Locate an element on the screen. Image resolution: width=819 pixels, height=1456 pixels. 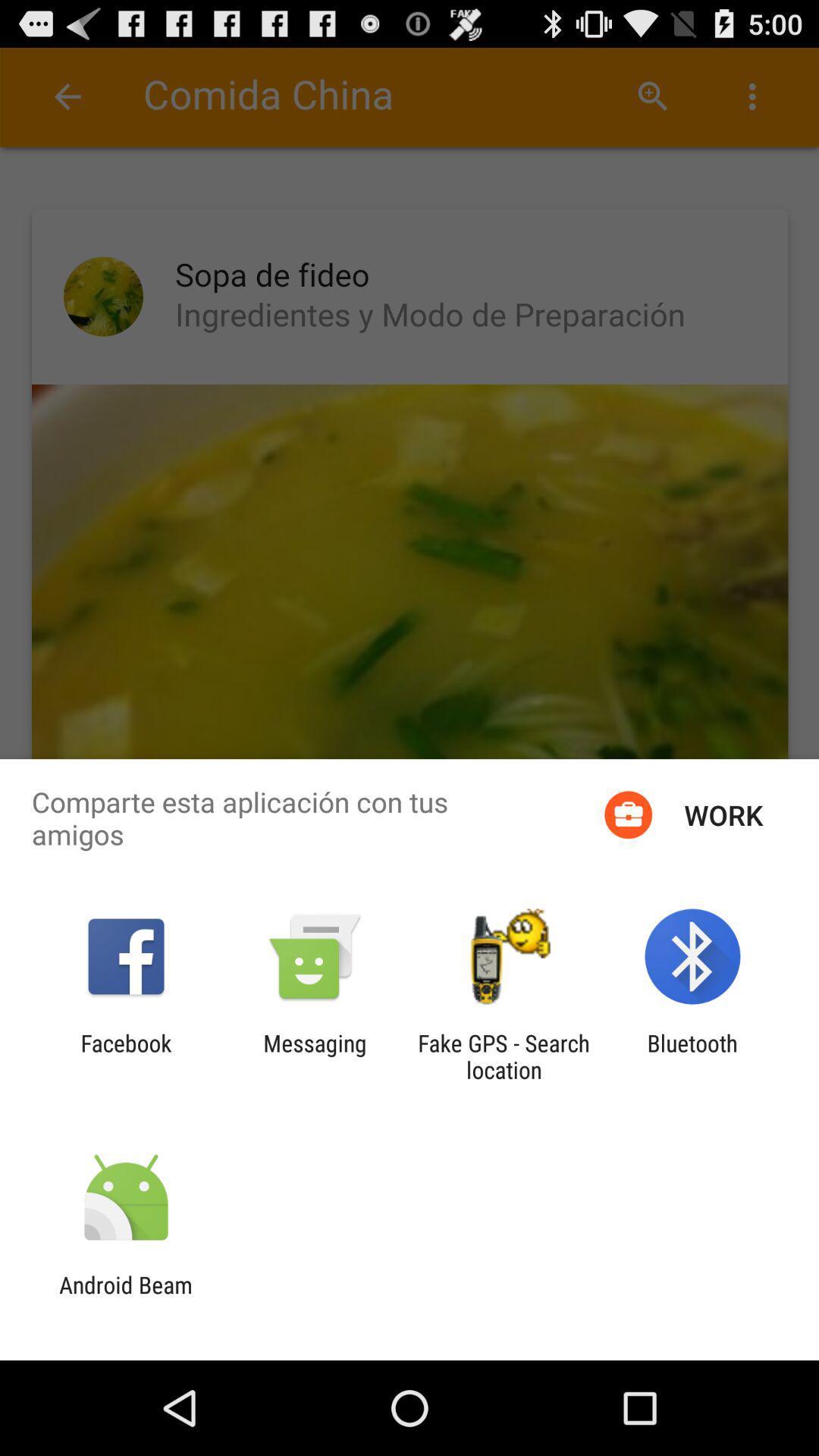
the android beam is located at coordinates (125, 1298).